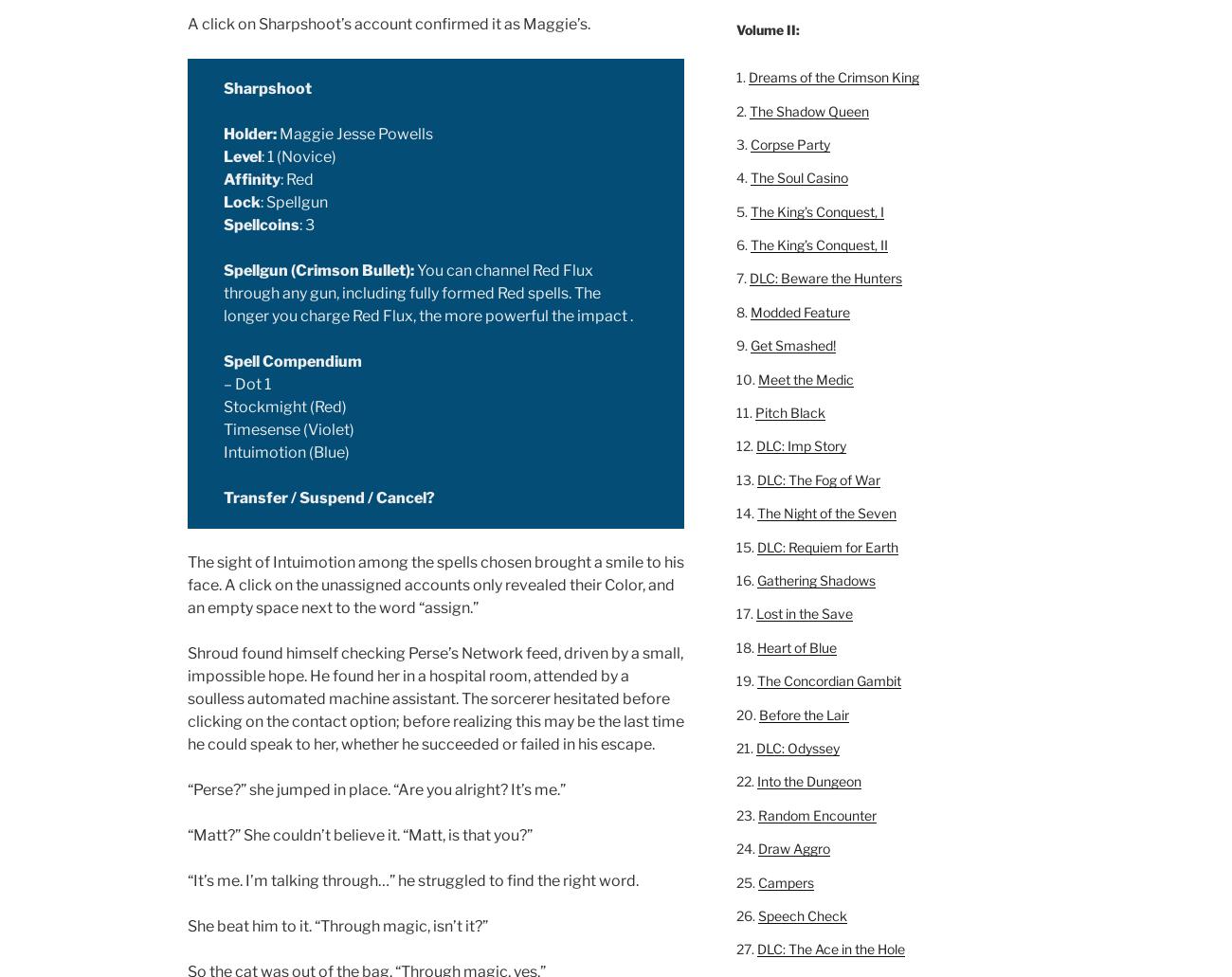 The width and height of the screenshot is (1232, 977). I want to click on 'Get Smashed!', so click(792, 344).